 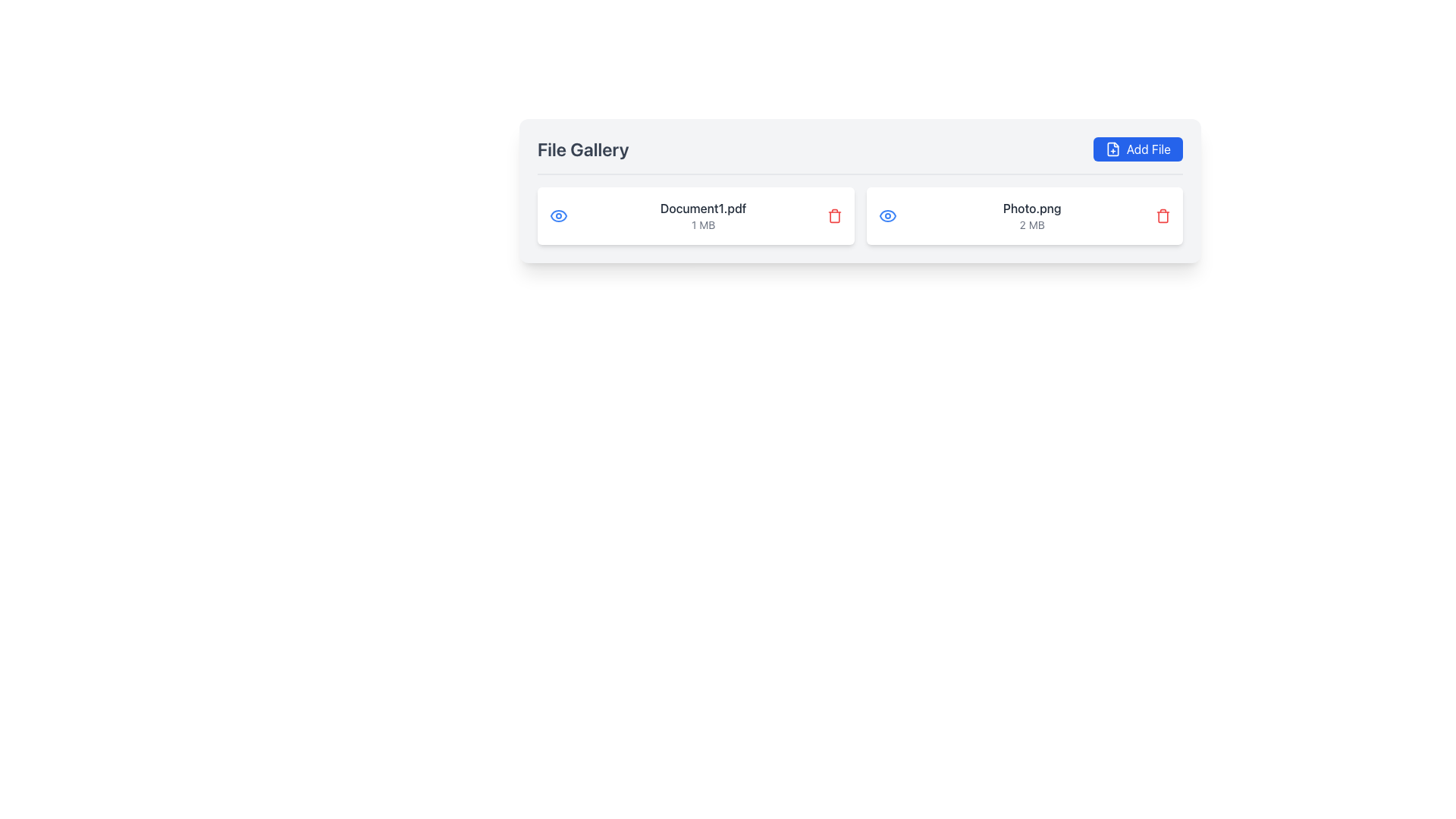 I want to click on the first file entry card in the file gallery, which is located in the left column of the grid layout, so click(x=695, y=216).